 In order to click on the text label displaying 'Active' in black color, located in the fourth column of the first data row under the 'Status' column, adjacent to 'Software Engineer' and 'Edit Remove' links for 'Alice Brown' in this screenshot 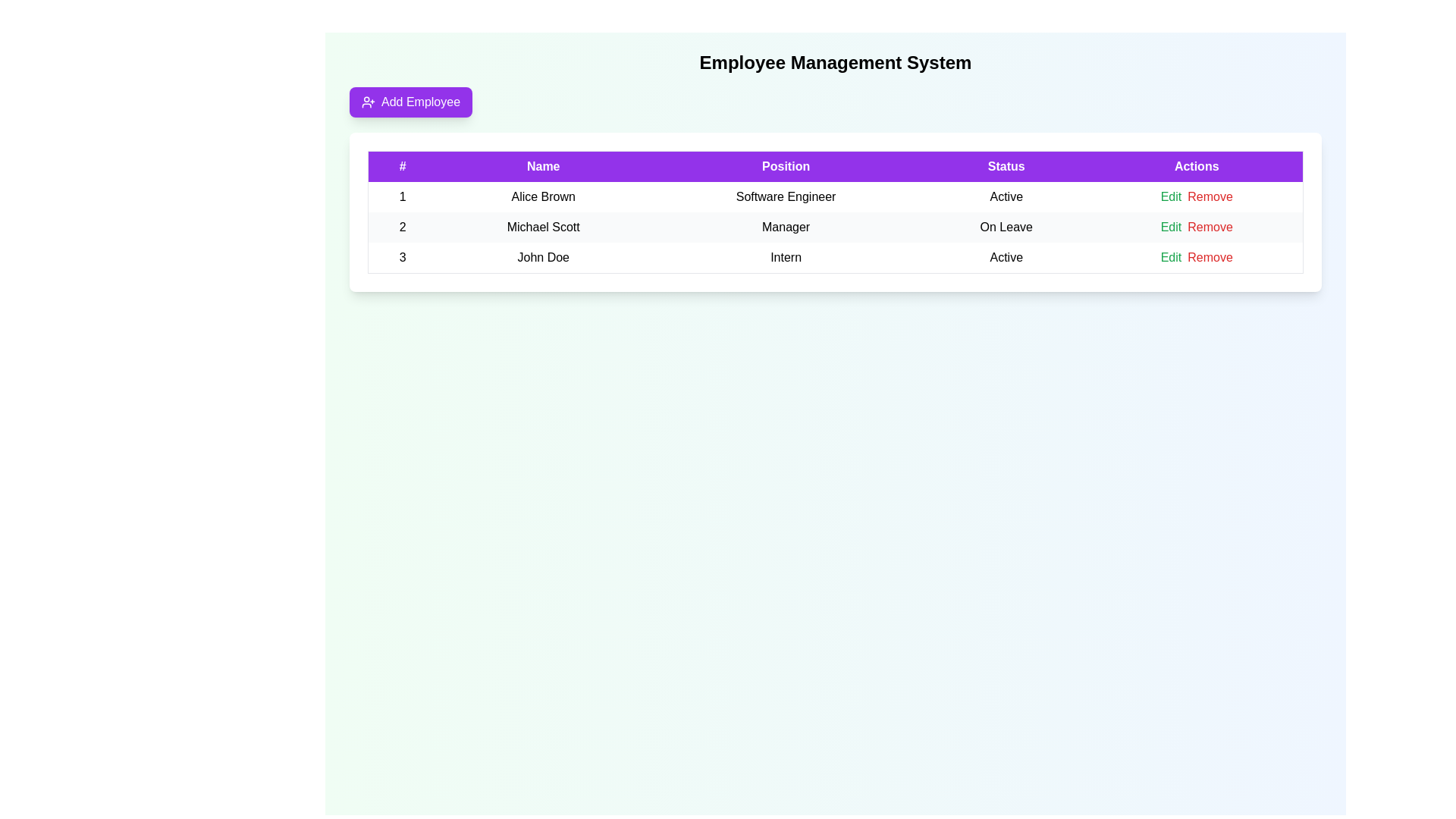, I will do `click(1006, 196)`.